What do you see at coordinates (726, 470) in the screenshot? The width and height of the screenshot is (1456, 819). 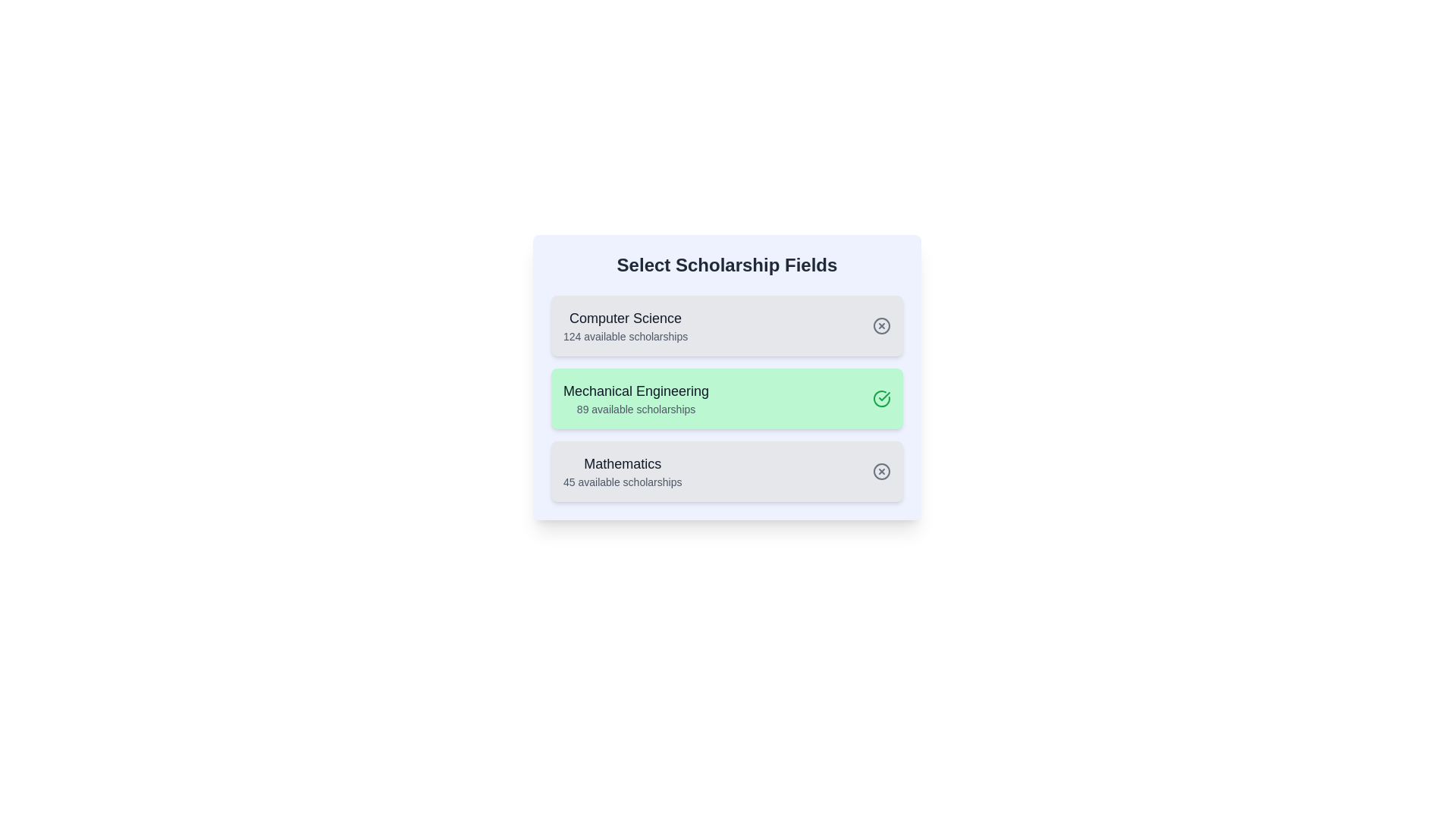 I see `the field card for Mathematics to preview its hover effect` at bounding box center [726, 470].